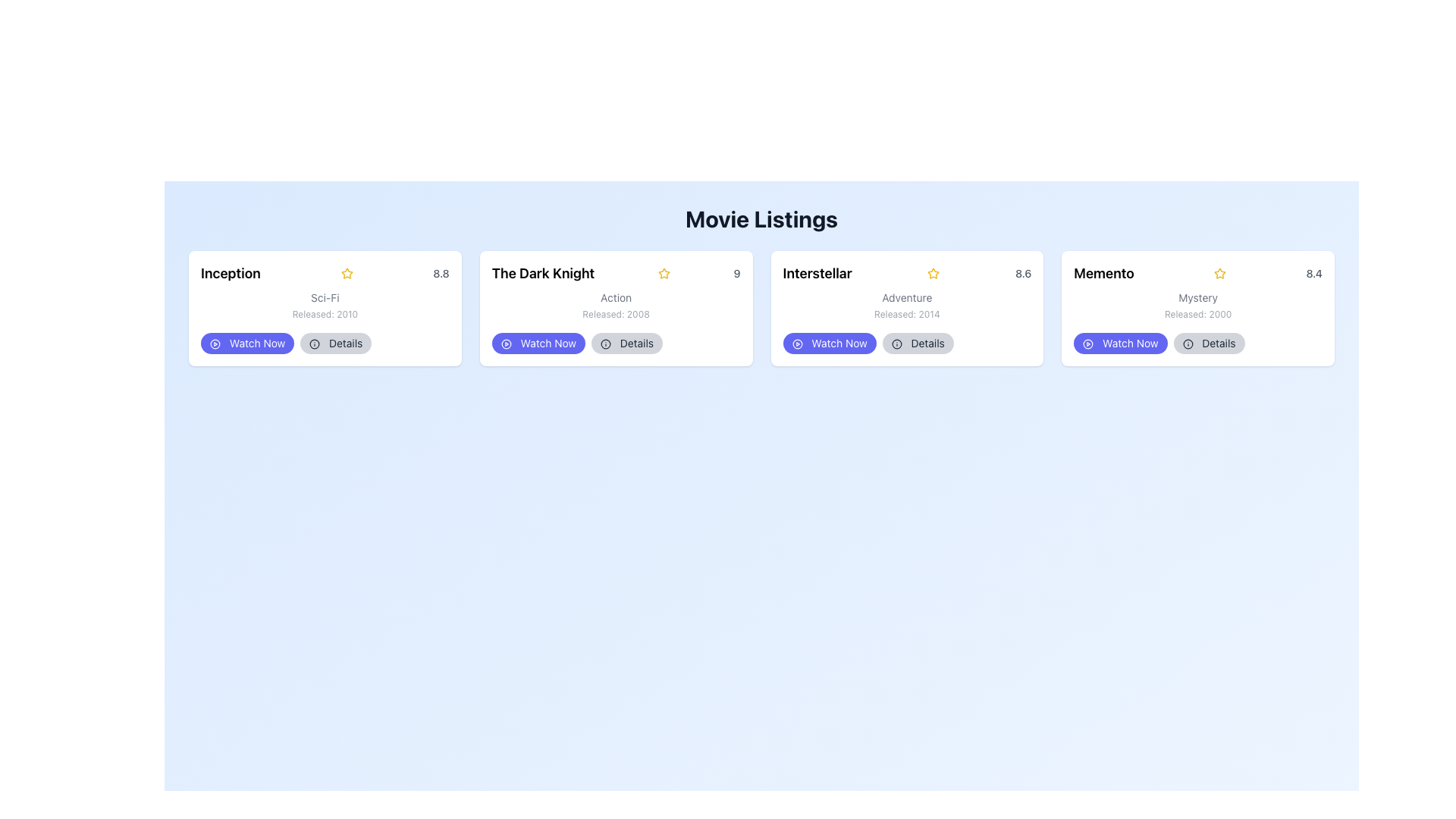 Image resolution: width=1456 pixels, height=819 pixels. Describe the element at coordinates (1087, 344) in the screenshot. I see `the circular icon button associated with the movie 'Memento' located in the fourth card of the movie listings` at that location.